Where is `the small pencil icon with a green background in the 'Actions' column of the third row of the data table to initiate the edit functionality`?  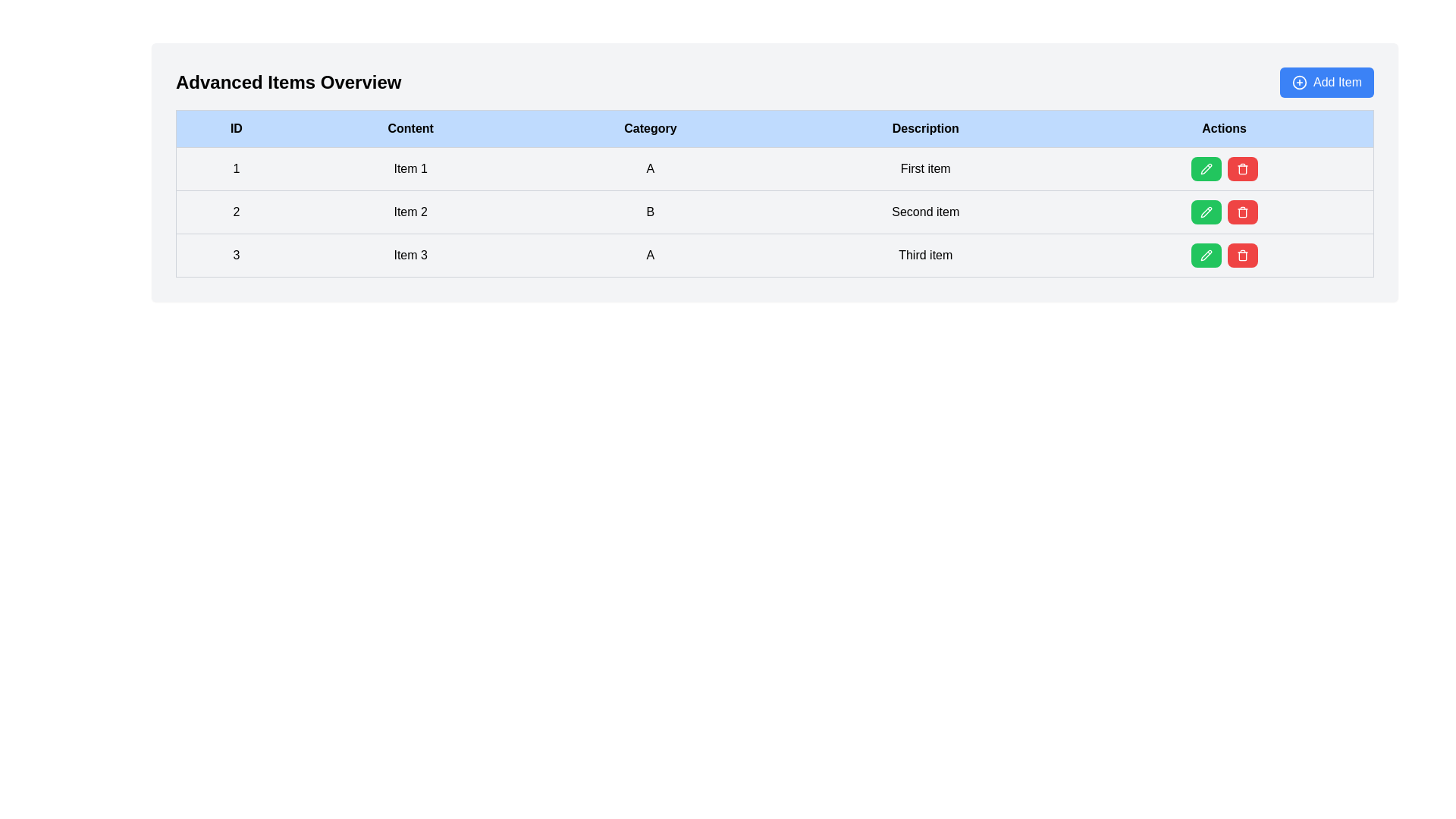 the small pencil icon with a green background in the 'Actions' column of the third row of the data table to initiate the edit functionality is located at coordinates (1205, 254).